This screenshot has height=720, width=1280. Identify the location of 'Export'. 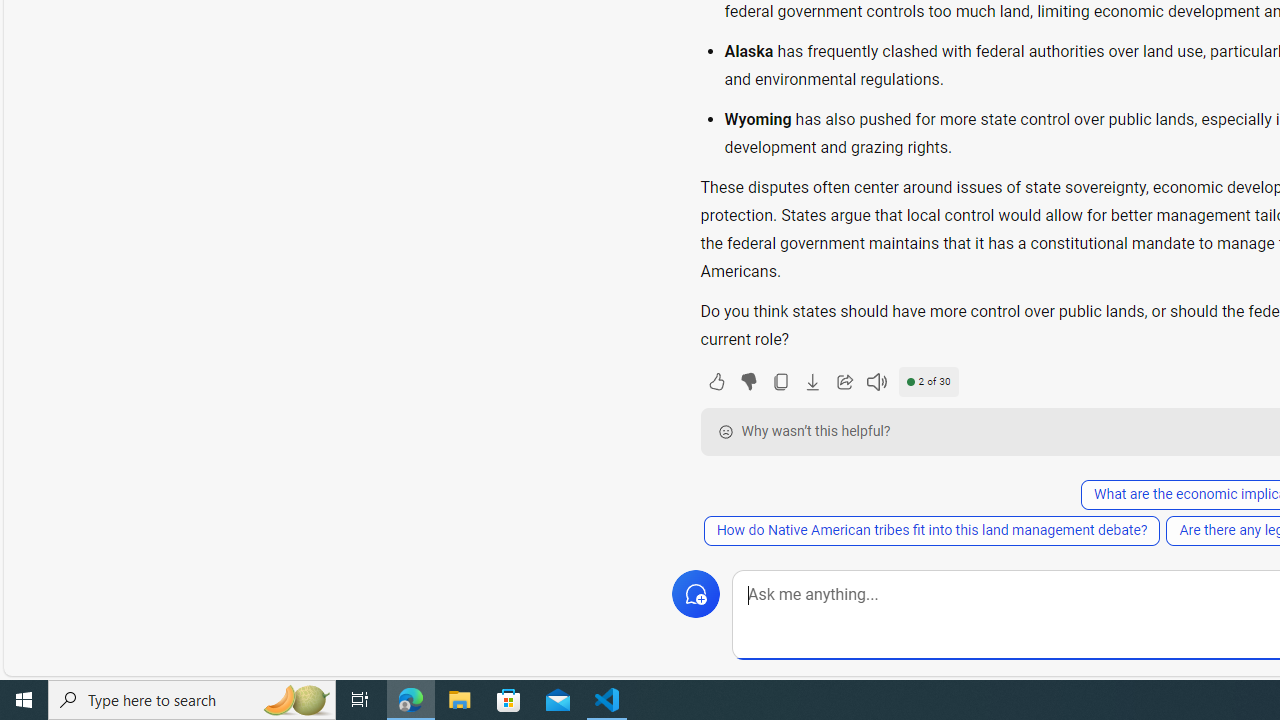
(812, 381).